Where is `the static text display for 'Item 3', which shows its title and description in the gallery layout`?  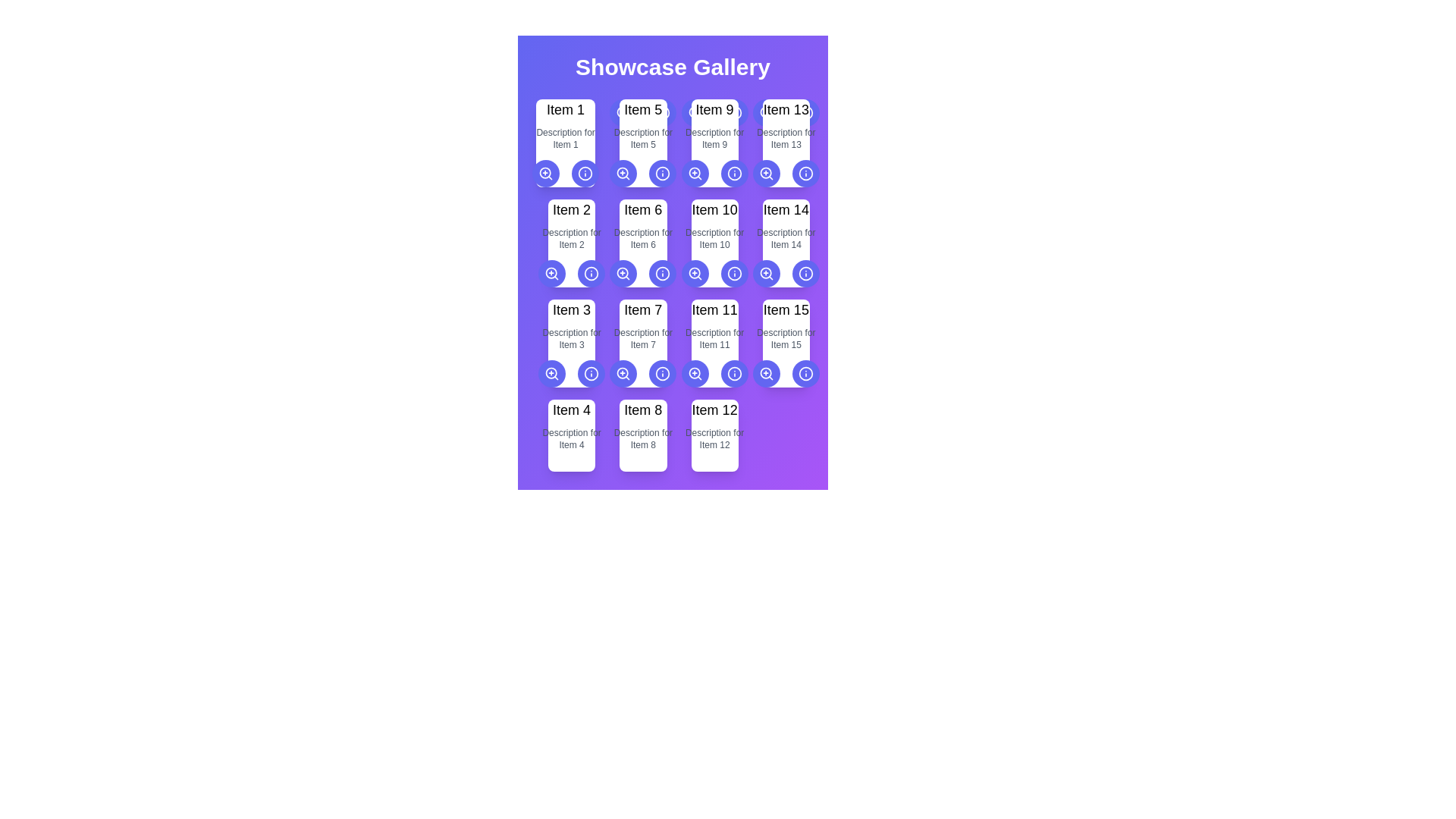
the static text display for 'Item 3', which shows its title and description in the gallery layout is located at coordinates (571, 343).